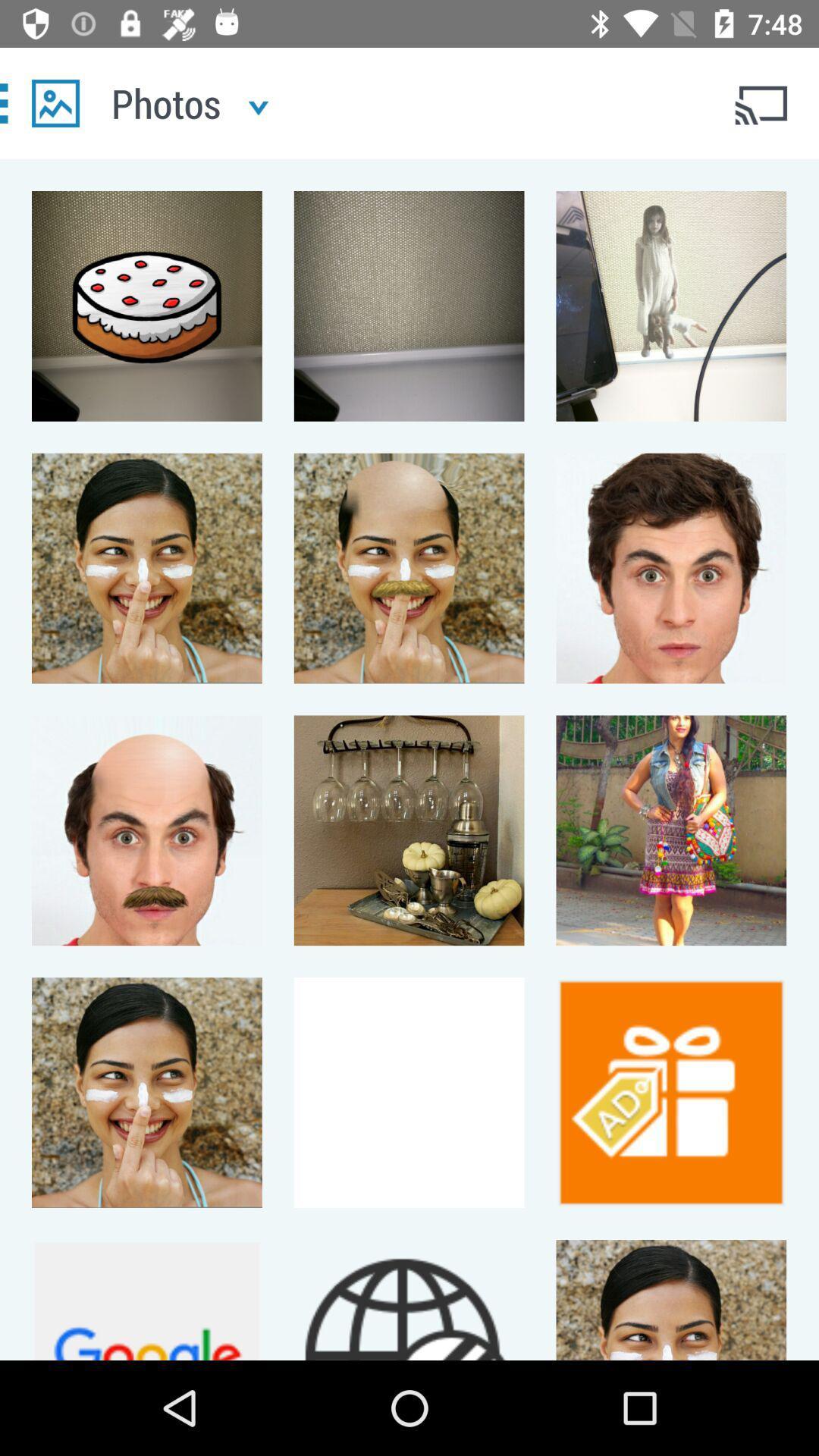 The image size is (819, 1456). Describe the element at coordinates (763, 102) in the screenshot. I see `wifi user` at that location.